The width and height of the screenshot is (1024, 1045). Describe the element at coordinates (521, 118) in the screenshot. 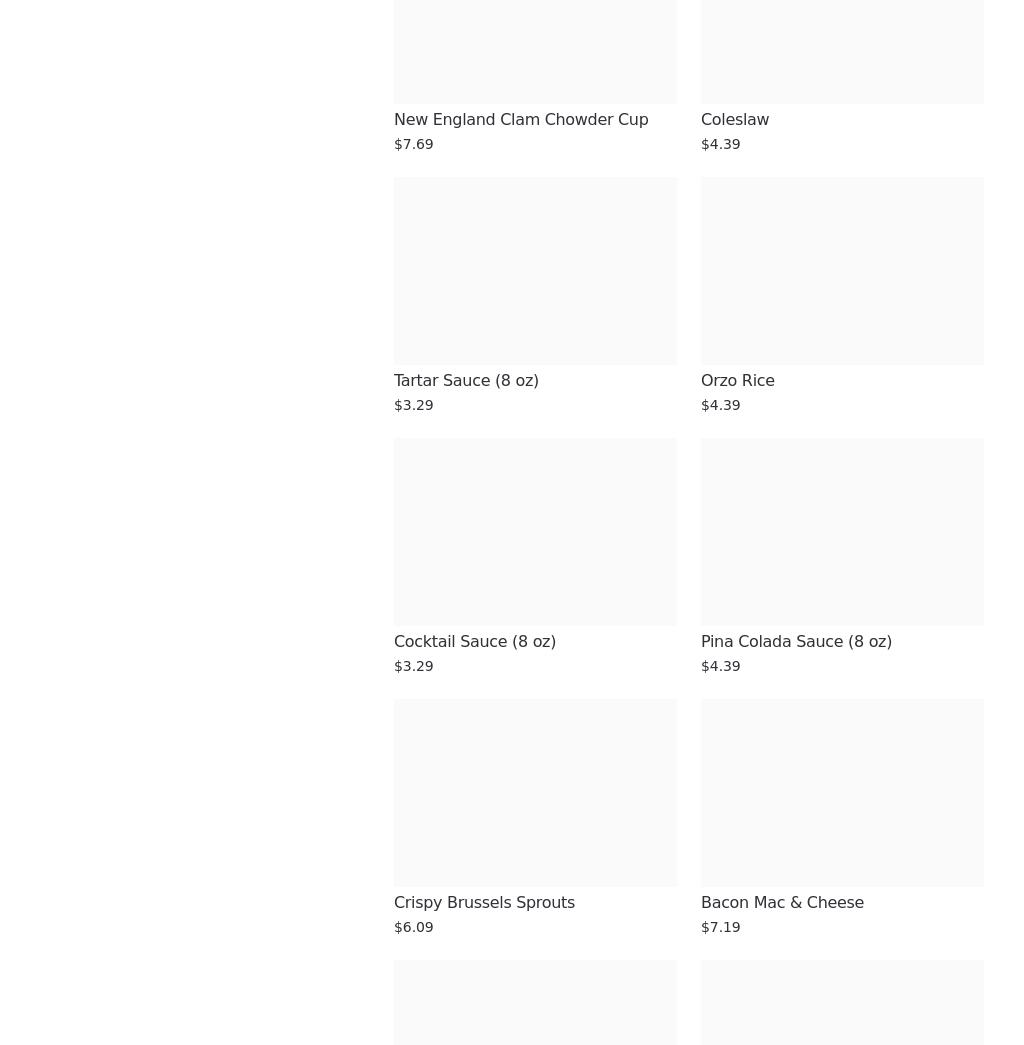

I see `'New England Clam Chowder Cup'` at that location.